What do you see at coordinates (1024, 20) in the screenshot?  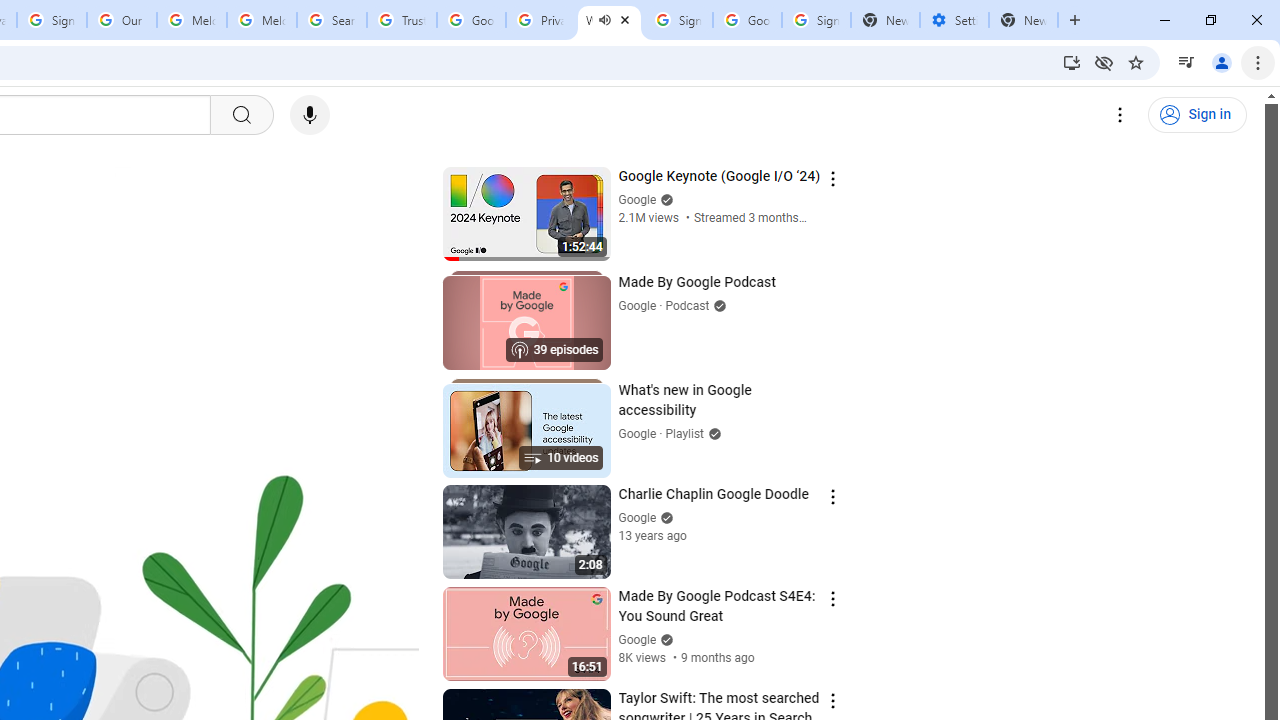 I see `'New Tab'` at bounding box center [1024, 20].